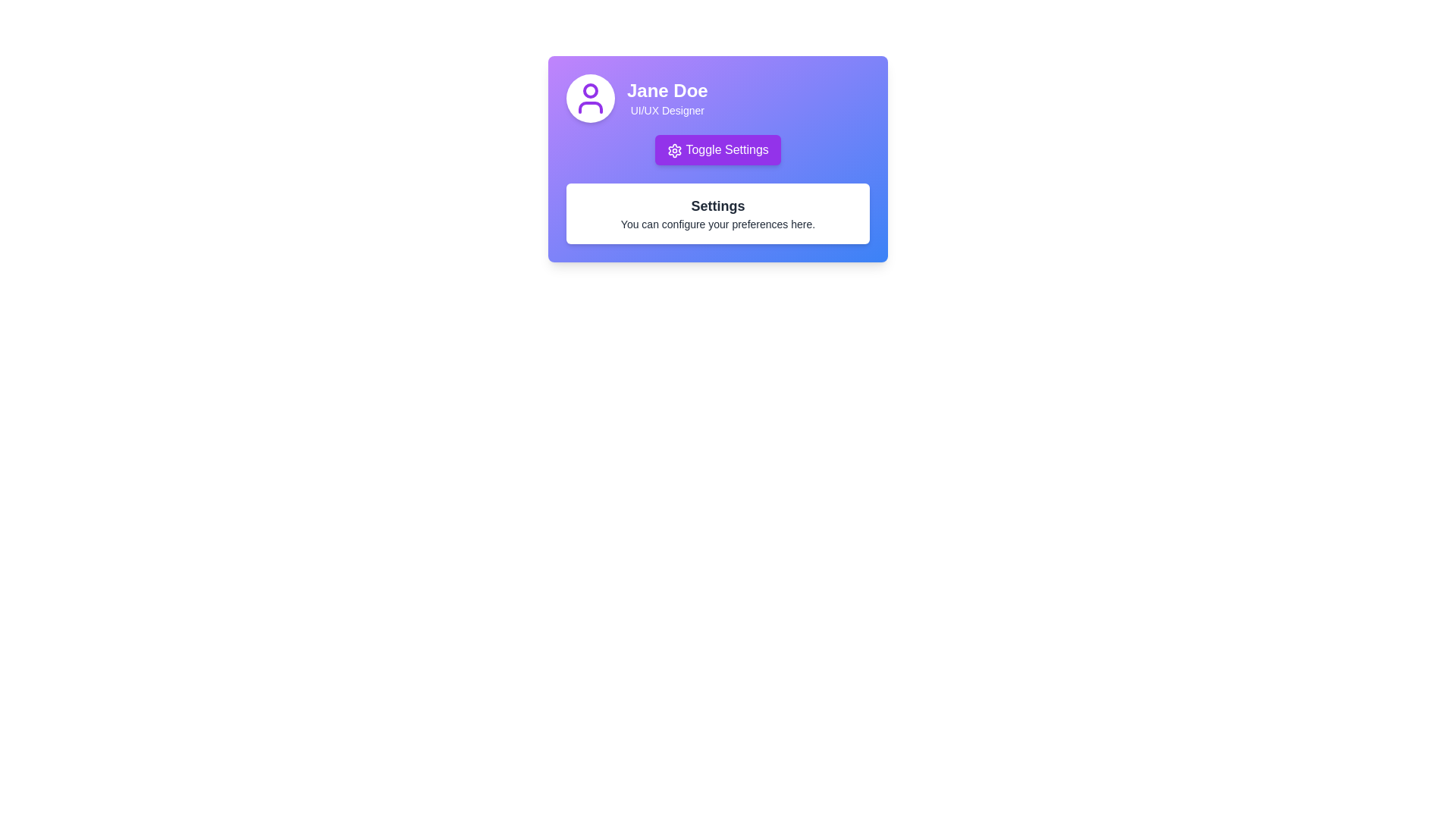 The width and height of the screenshot is (1456, 819). What do you see at coordinates (717, 149) in the screenshot?
I see `the 'Toggle Settings' button with a bold purple background, located in the middle of the card for 'Jane Doe - UI/UX Designer'` at bounding box center [717, 149].